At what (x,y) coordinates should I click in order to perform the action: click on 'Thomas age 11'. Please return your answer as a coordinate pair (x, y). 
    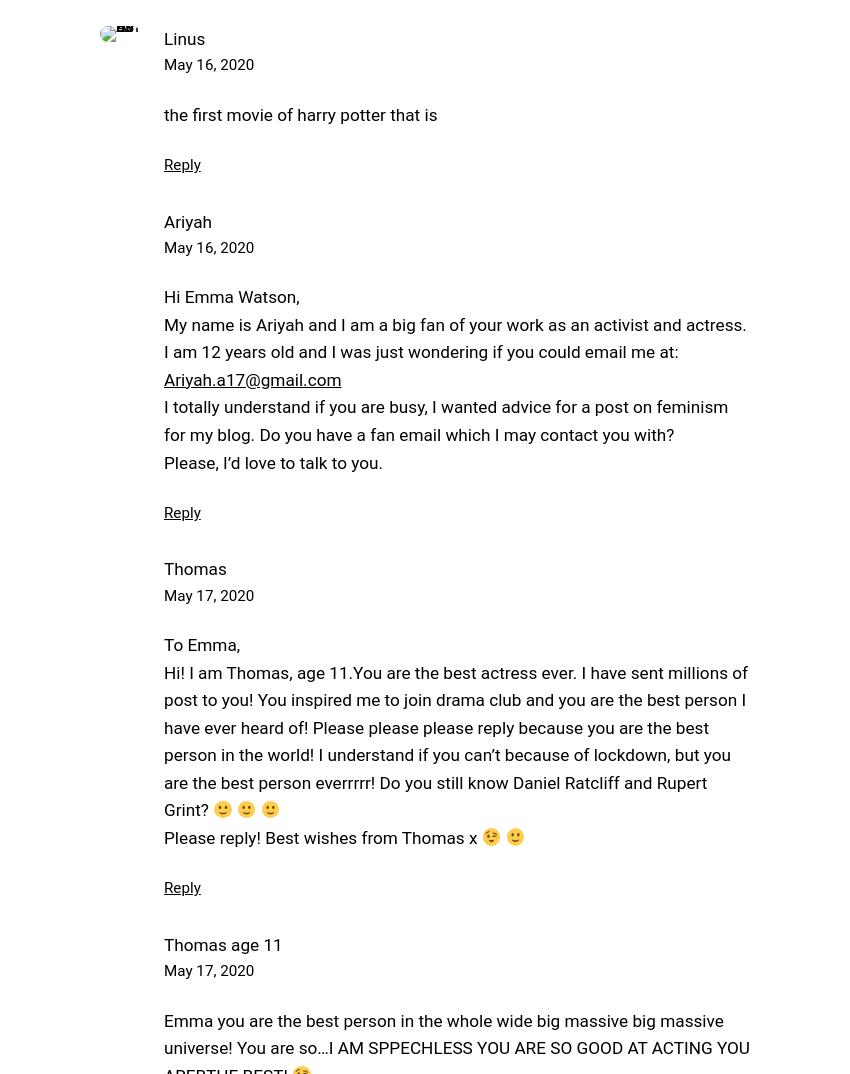
    Looking at the image, I should click on (223, 944).